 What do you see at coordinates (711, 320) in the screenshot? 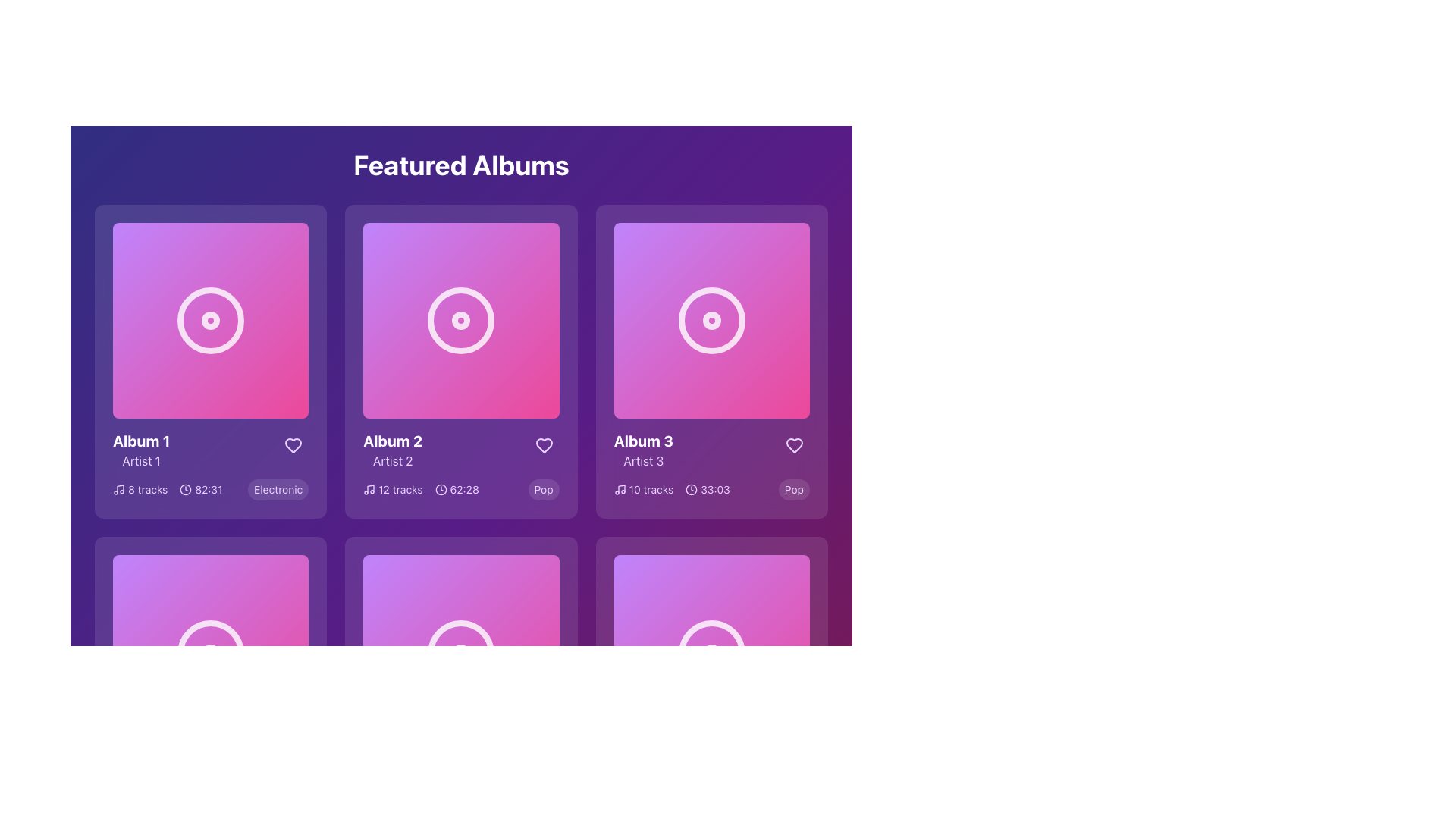
I see `the decorative SVG Circle element that completes the disc-like icon design on the album card for 'Album 3' in the Featured Albums section` at bounding box center [711, 320].